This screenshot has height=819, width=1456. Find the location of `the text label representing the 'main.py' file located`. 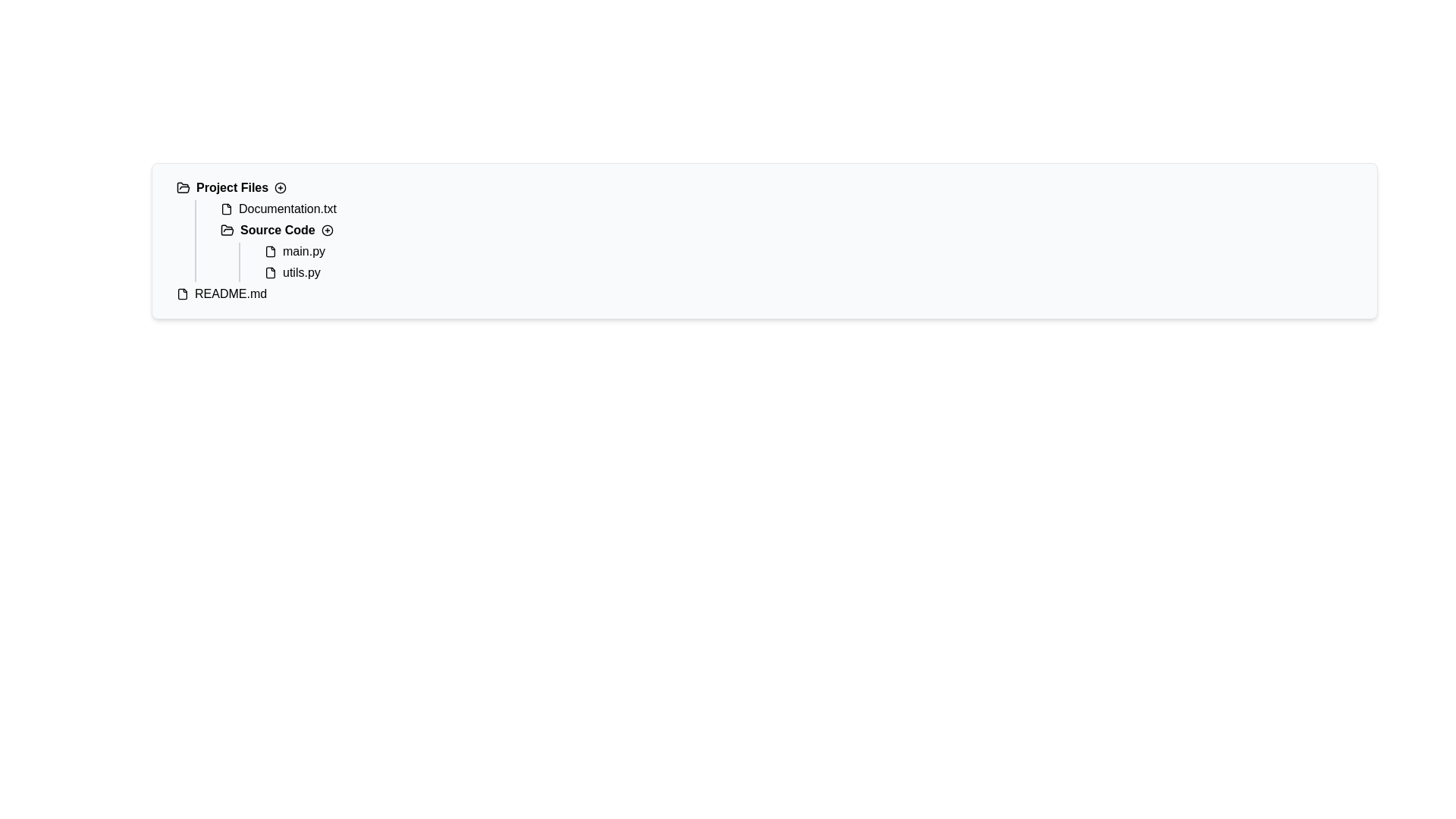

the text label representing the 'main.py' file located is located at coordinates (303, 250).